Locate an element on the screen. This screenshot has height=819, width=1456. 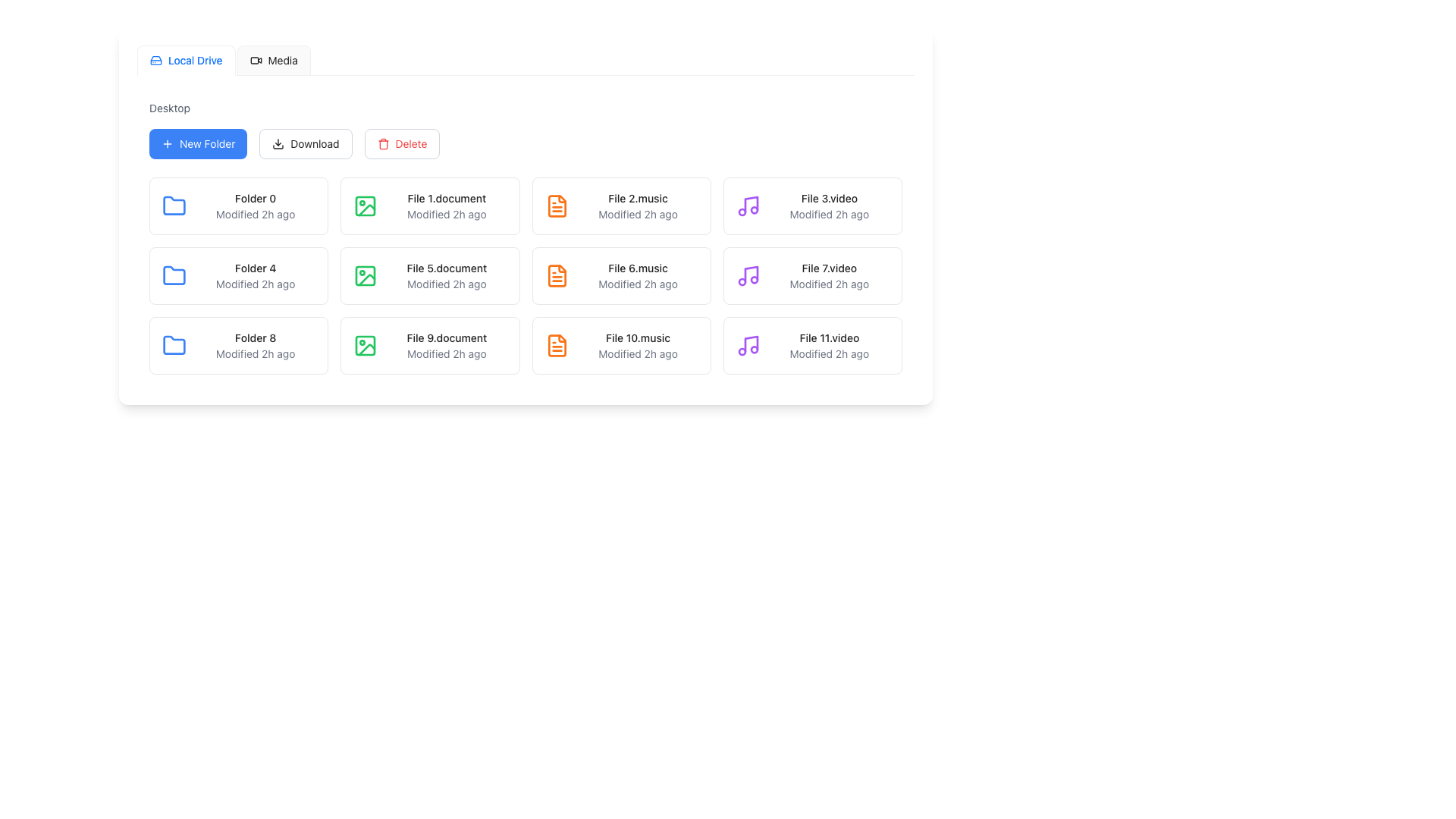
the Text label that indicates the last modification time for the associated file, located in the lower-right portion of the layout, directly below 'File 10.music' is located at coordinates (638, 353).